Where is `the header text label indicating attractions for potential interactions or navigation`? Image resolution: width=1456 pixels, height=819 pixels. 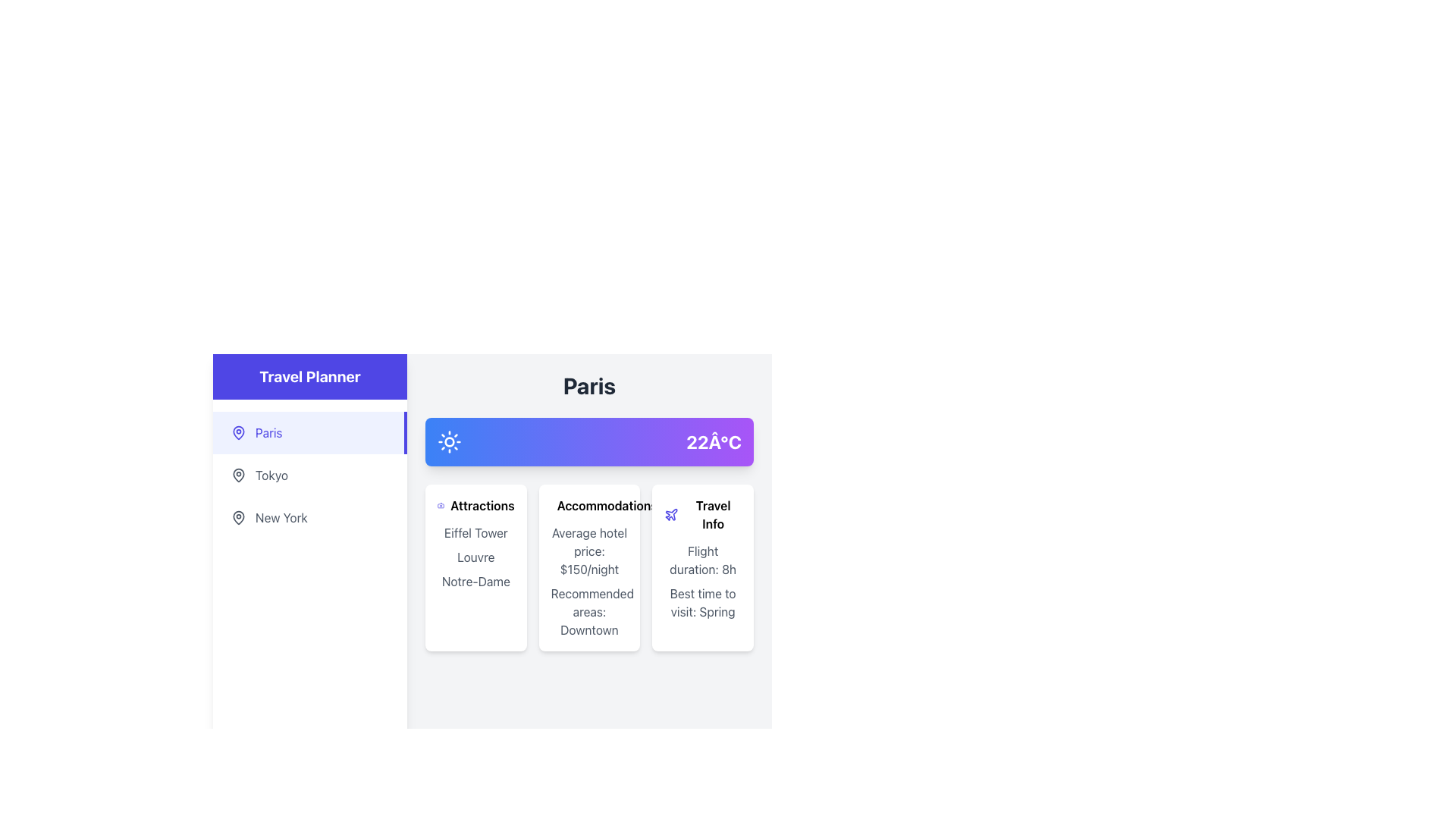 the header text label indicating attractions for potential interactions or navigation is located at coordinates (482, 506).